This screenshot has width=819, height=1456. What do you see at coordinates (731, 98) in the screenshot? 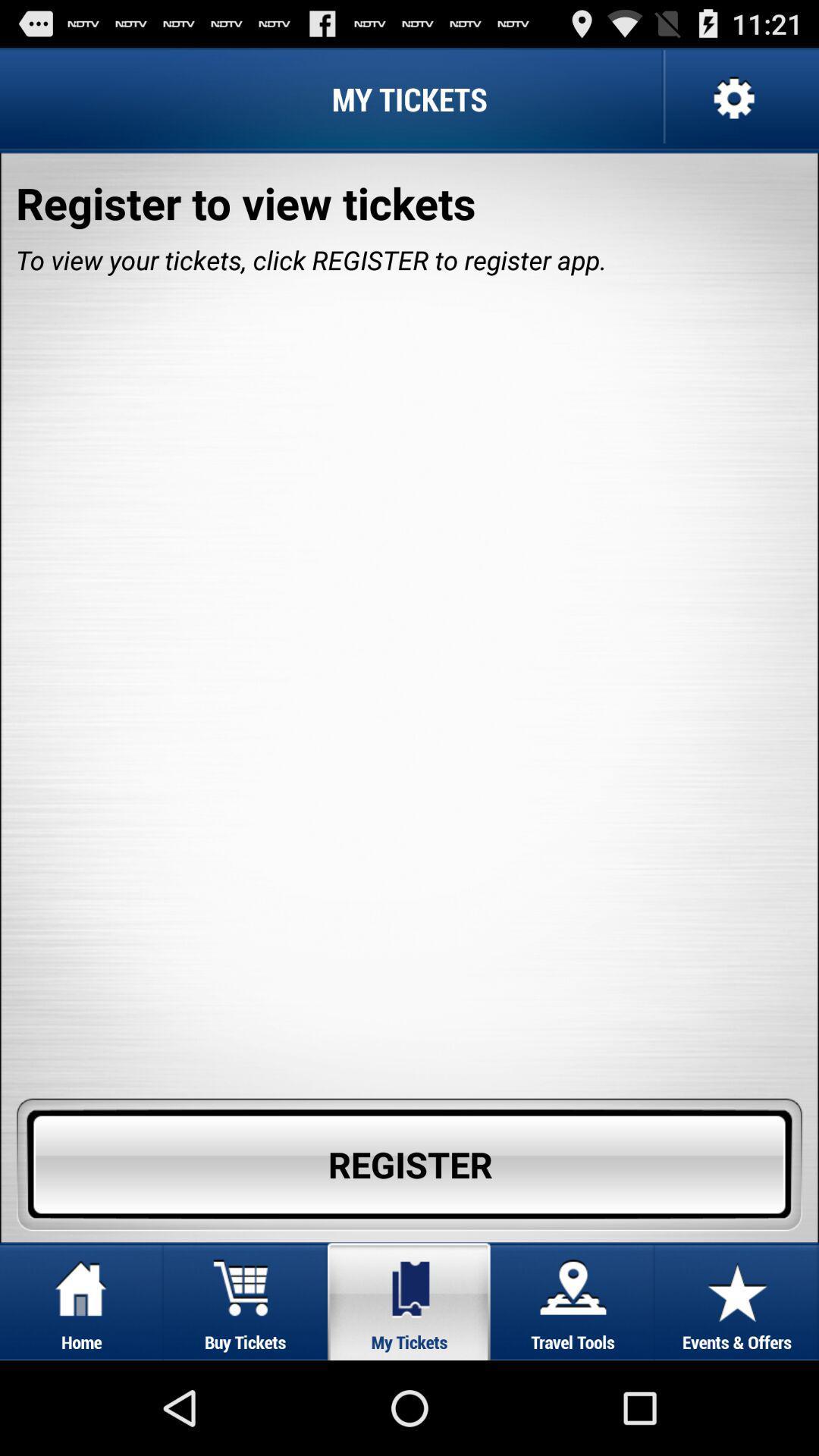
I see `icon next to the my tickets` at bounding box center [731, 98].